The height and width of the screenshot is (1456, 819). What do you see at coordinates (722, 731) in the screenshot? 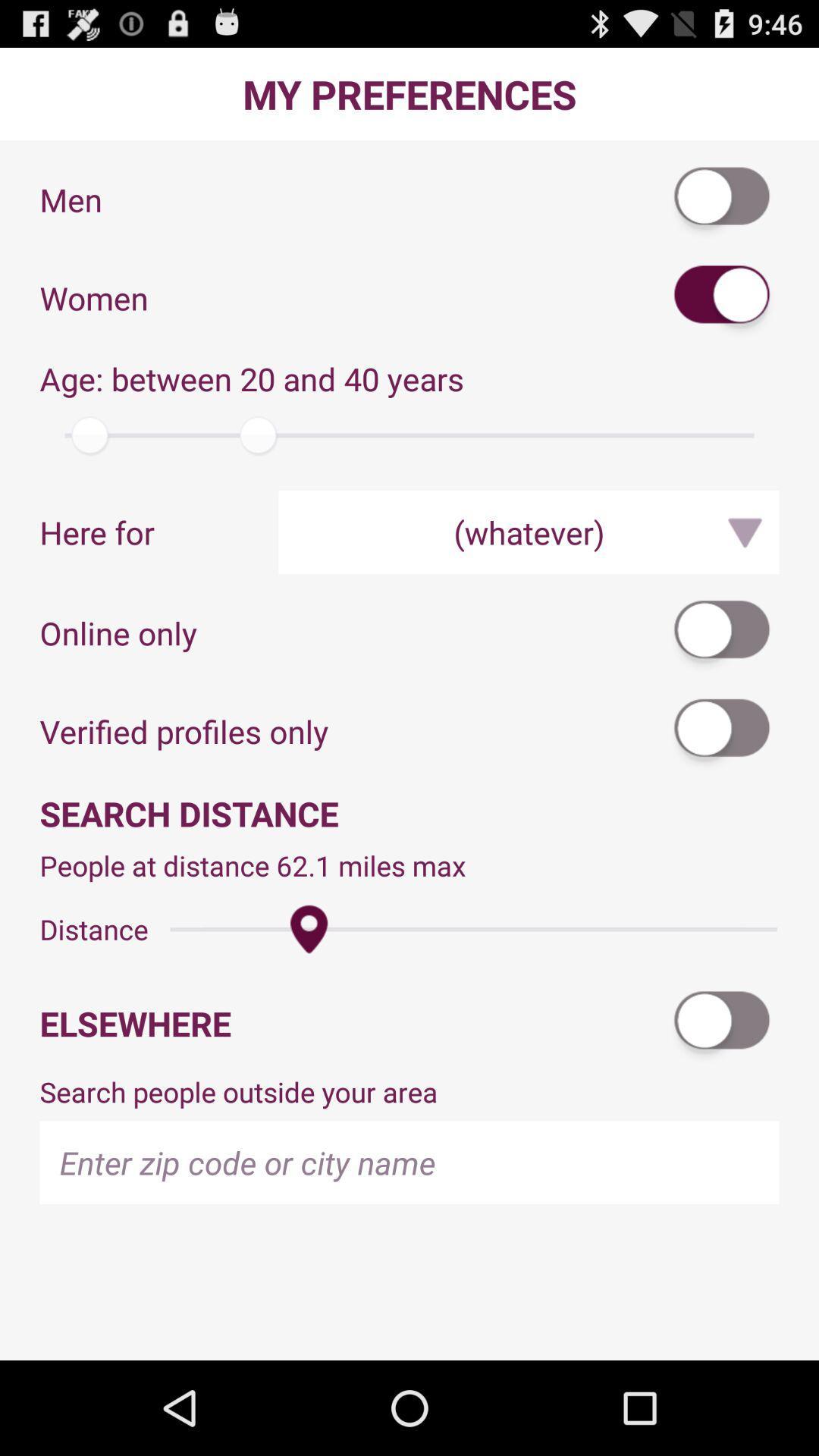
I see `switch option` at bounding box center [722, 731].